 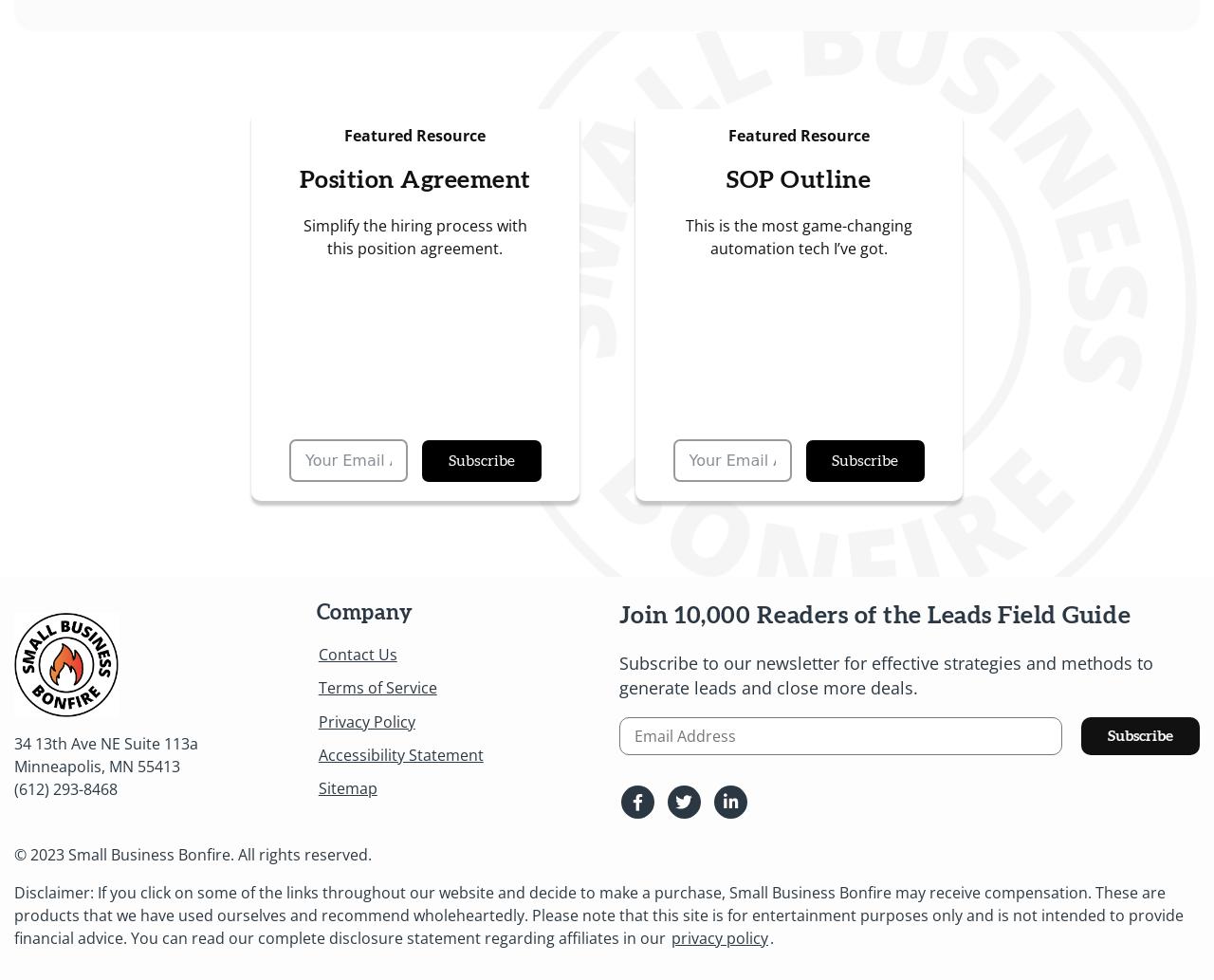 I want to click on 'Simplify the hiring process with this position agreement.', so click(x=301, y=234).